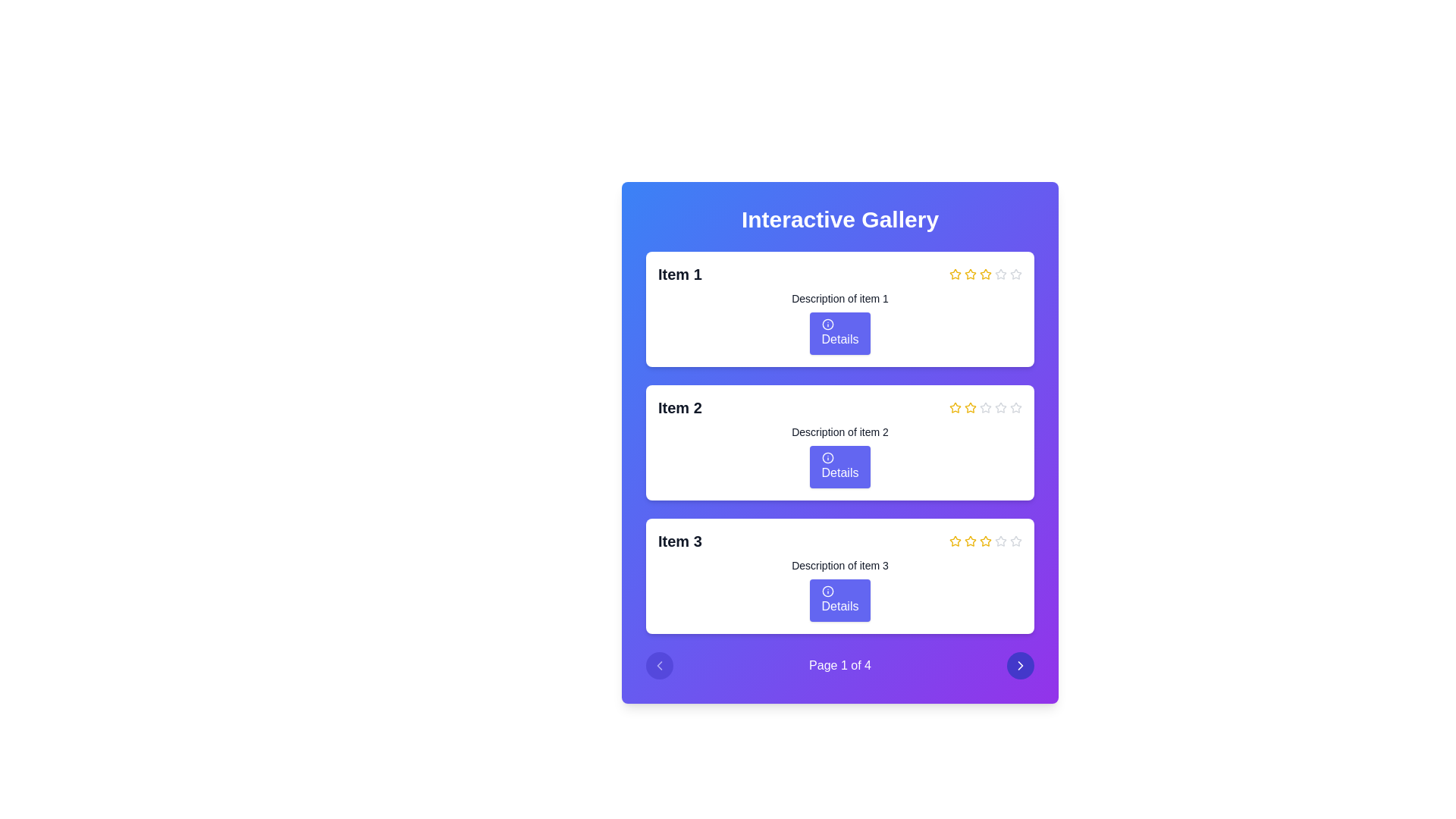  What do you see at coordinates (839, 332) in the screenshot?
I see `the 'Details' button, which is a rectangular button with rounded corners, vibrant indigo background, white text, and an icon on the left, located in the first item card towards the bottom-right corner` at bounding box center [839, 332].